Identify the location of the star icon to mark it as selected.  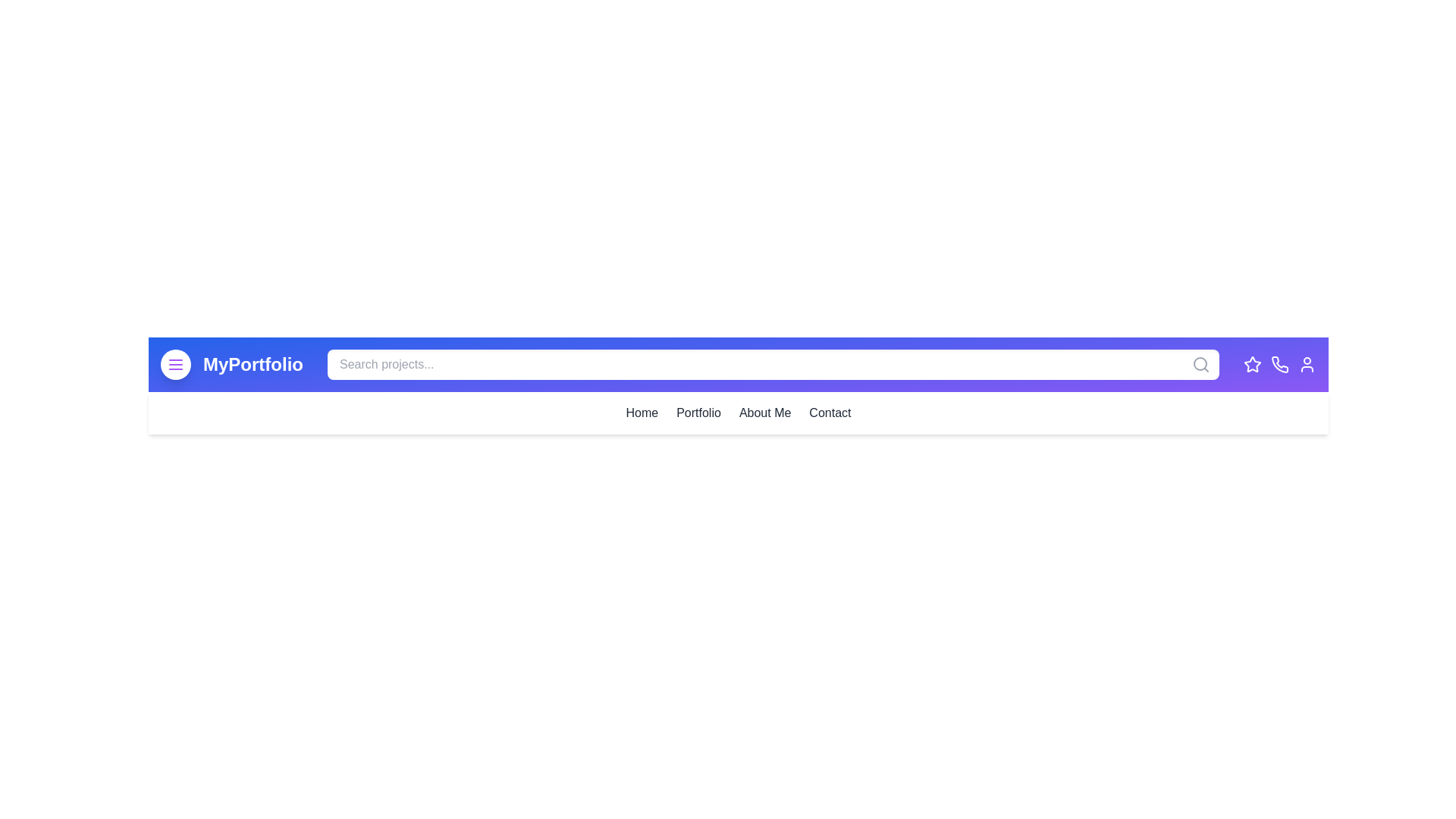
(1252, 365).